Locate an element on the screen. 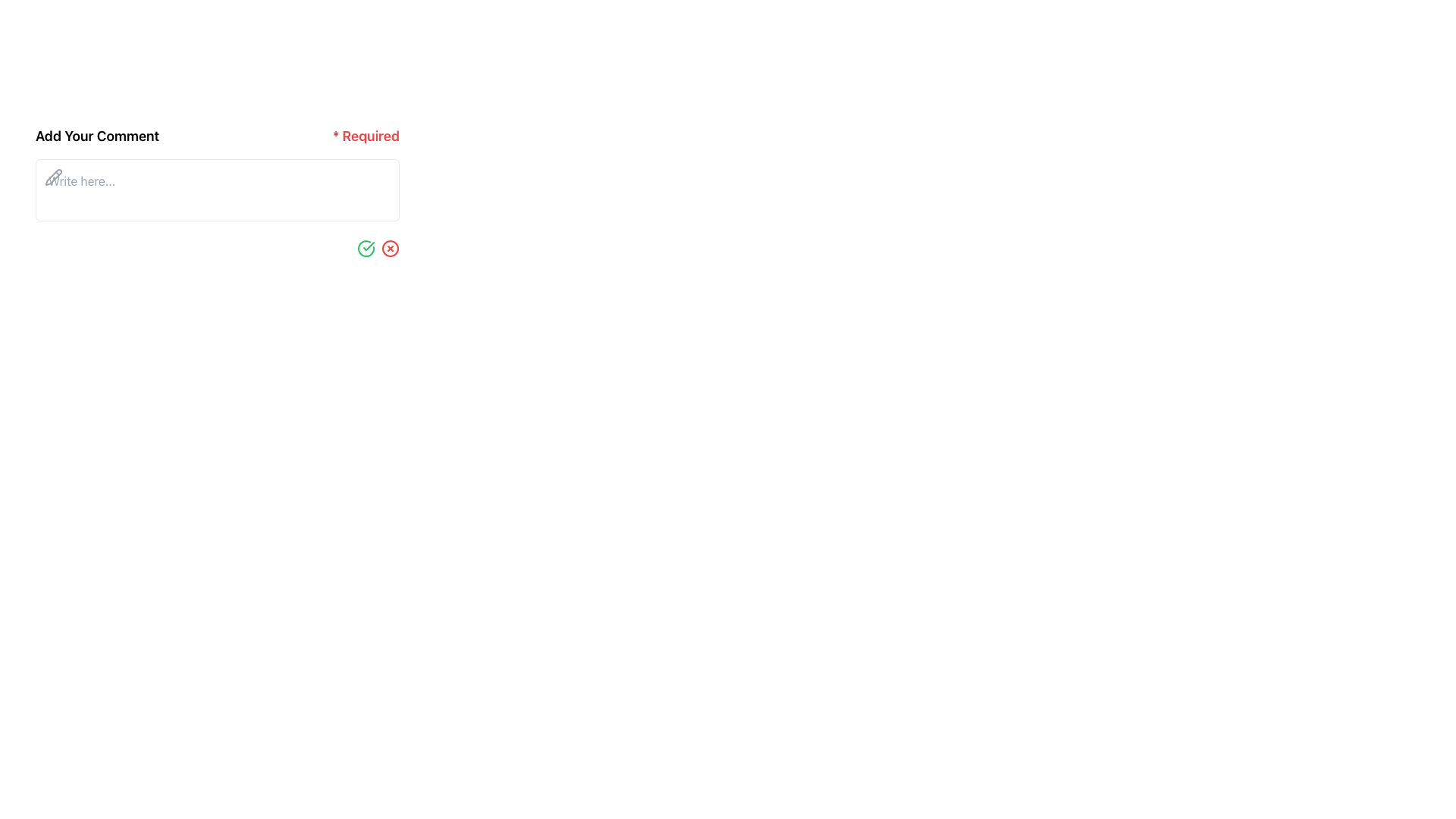 This screenshot has height=819, width=1456. the text label '* Required' styled in bold red font, which is located to the right of the heading 'Add Your Comment' within the header section of the input field is located at coordinates (366, 136).